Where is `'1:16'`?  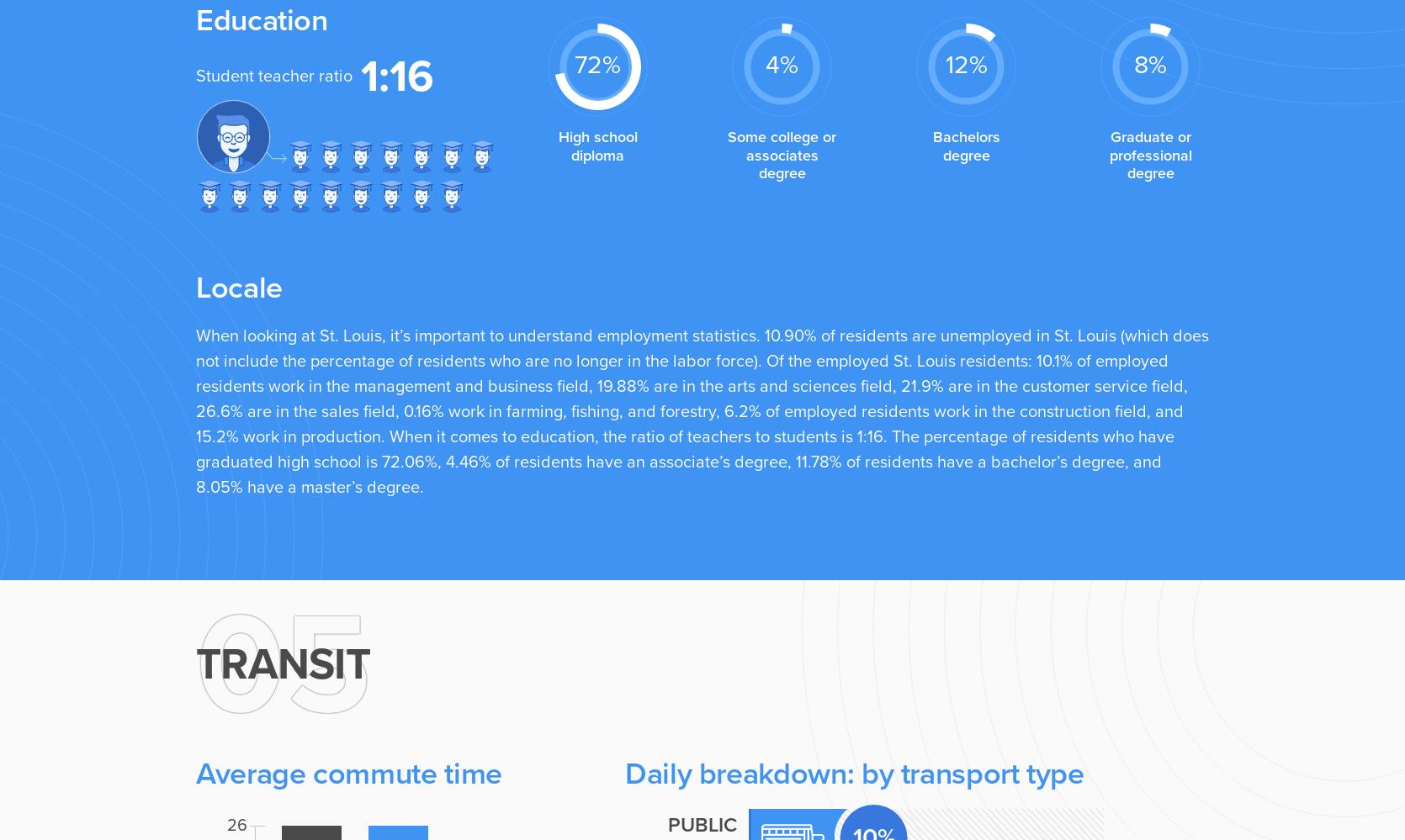
'1:16' is located at coordinates (396, 76).